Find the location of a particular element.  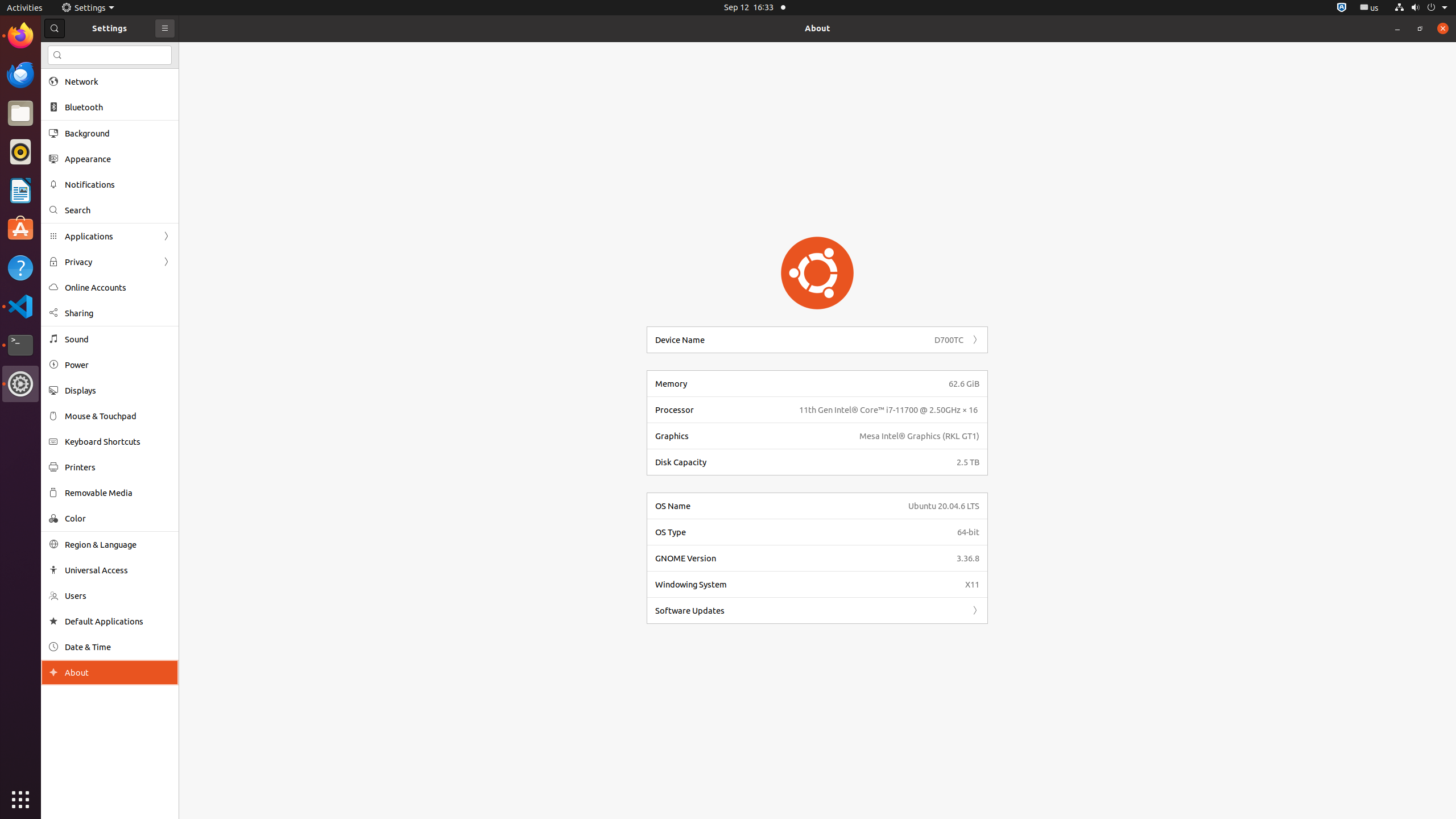

'Memory' is located at coordinates (797, 383).